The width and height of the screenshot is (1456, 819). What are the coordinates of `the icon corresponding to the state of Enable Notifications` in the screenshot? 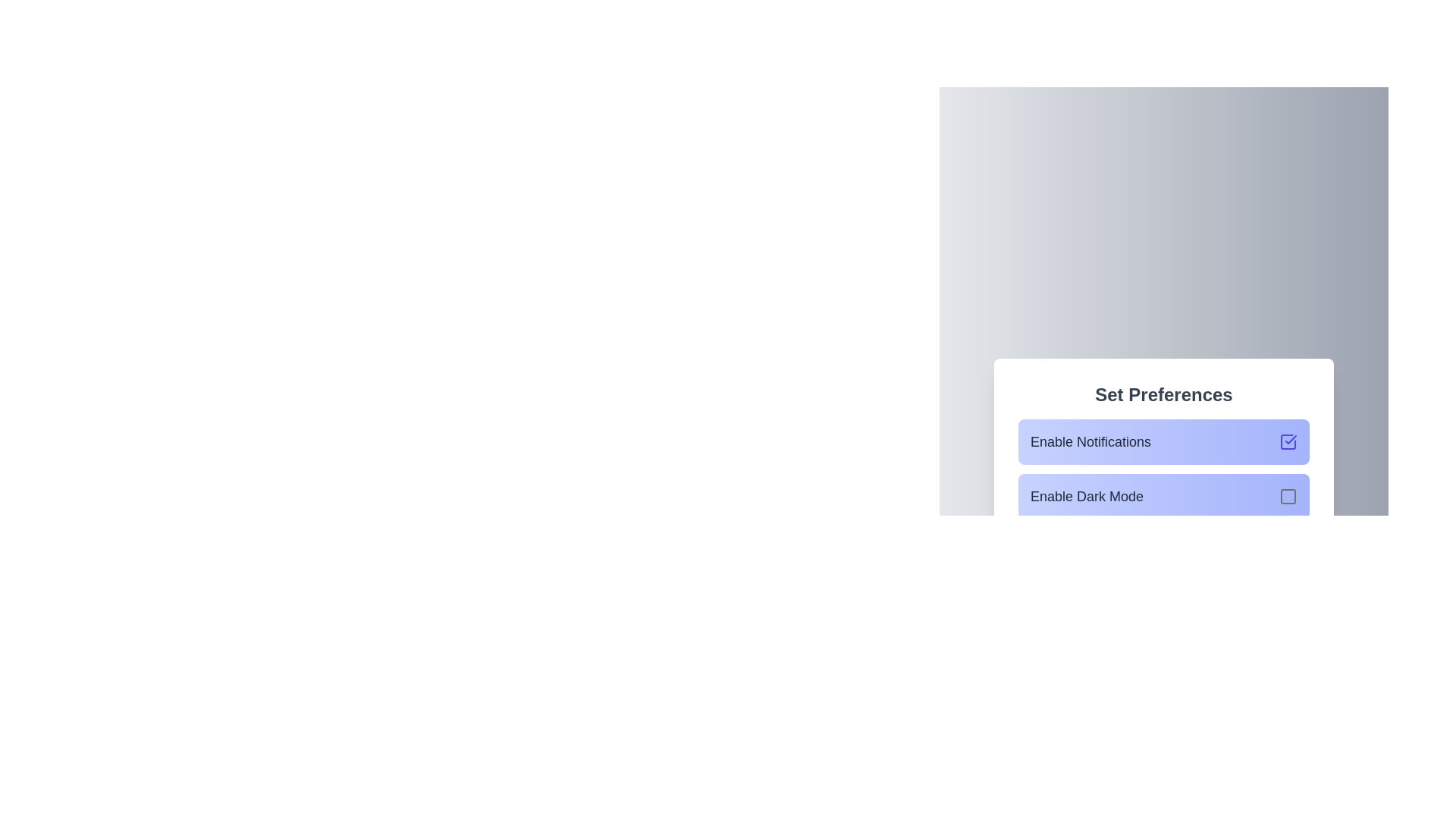 It's located at (1288, 441).